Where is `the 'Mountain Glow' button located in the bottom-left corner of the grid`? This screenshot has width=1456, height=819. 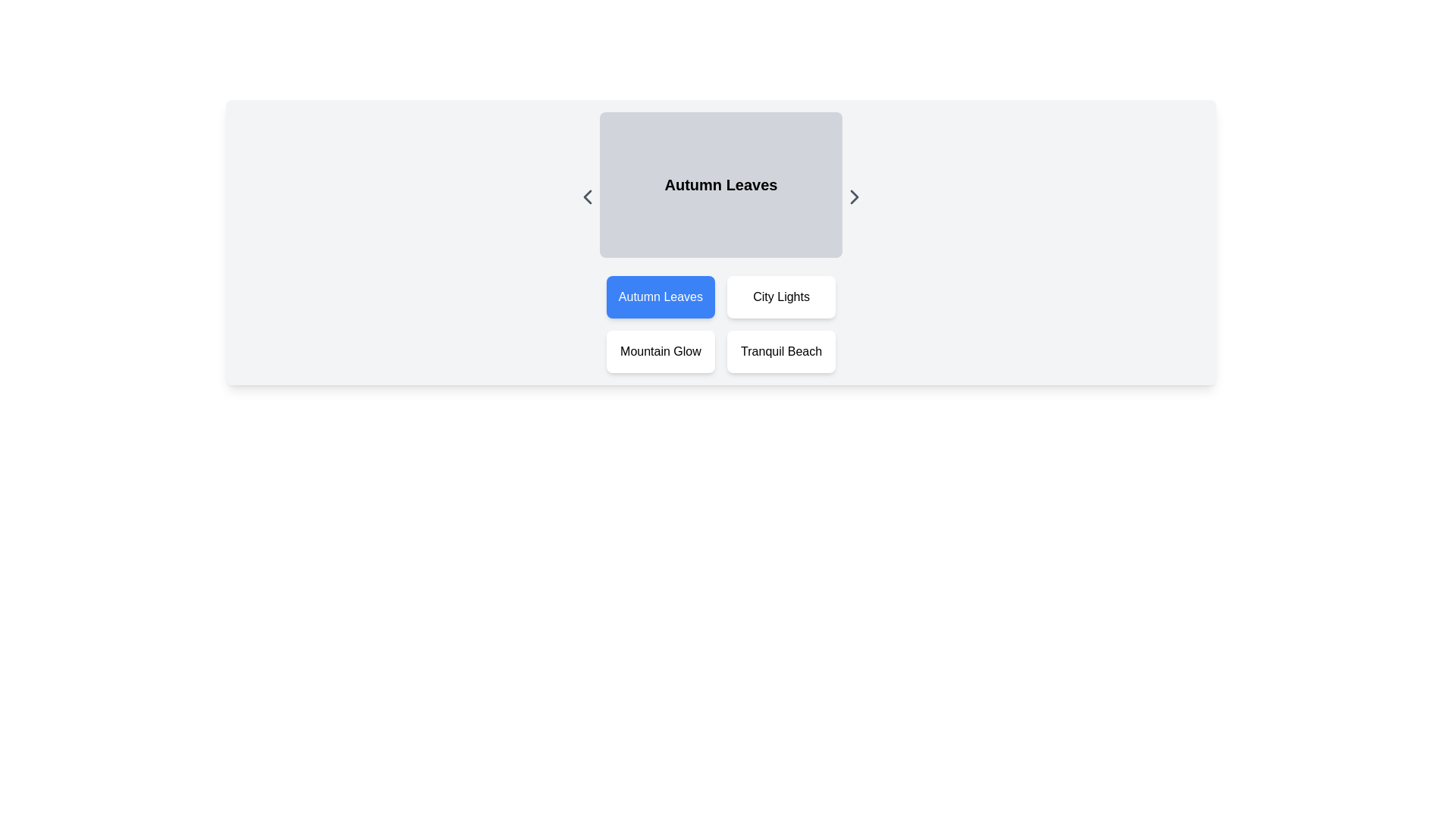 the 'Mountain Glow' button located in the bottom-left corner of the grid is located at coordinates (661, 351).